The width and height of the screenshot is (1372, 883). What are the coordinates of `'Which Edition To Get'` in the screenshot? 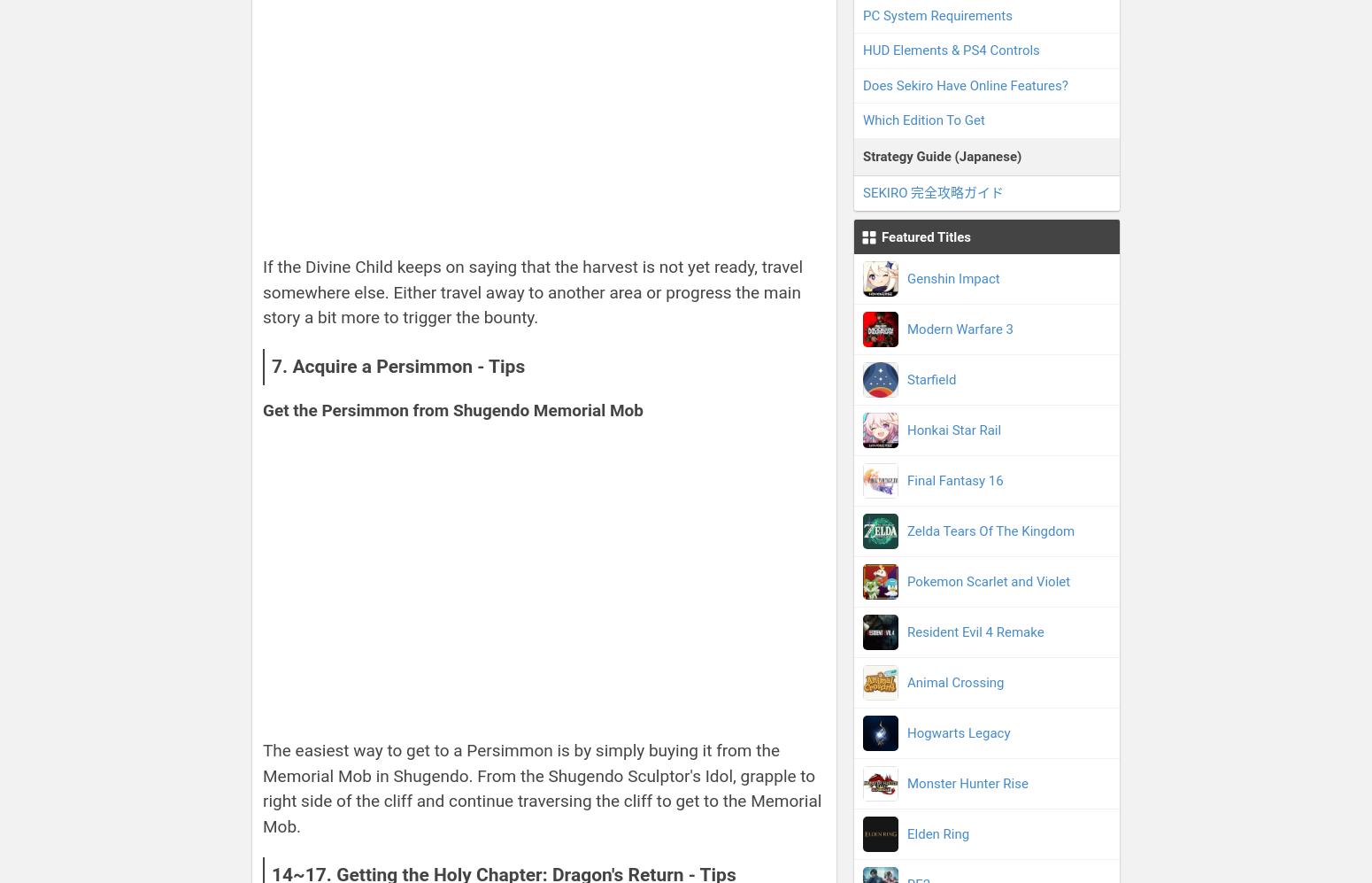 It's located at (861, 120).